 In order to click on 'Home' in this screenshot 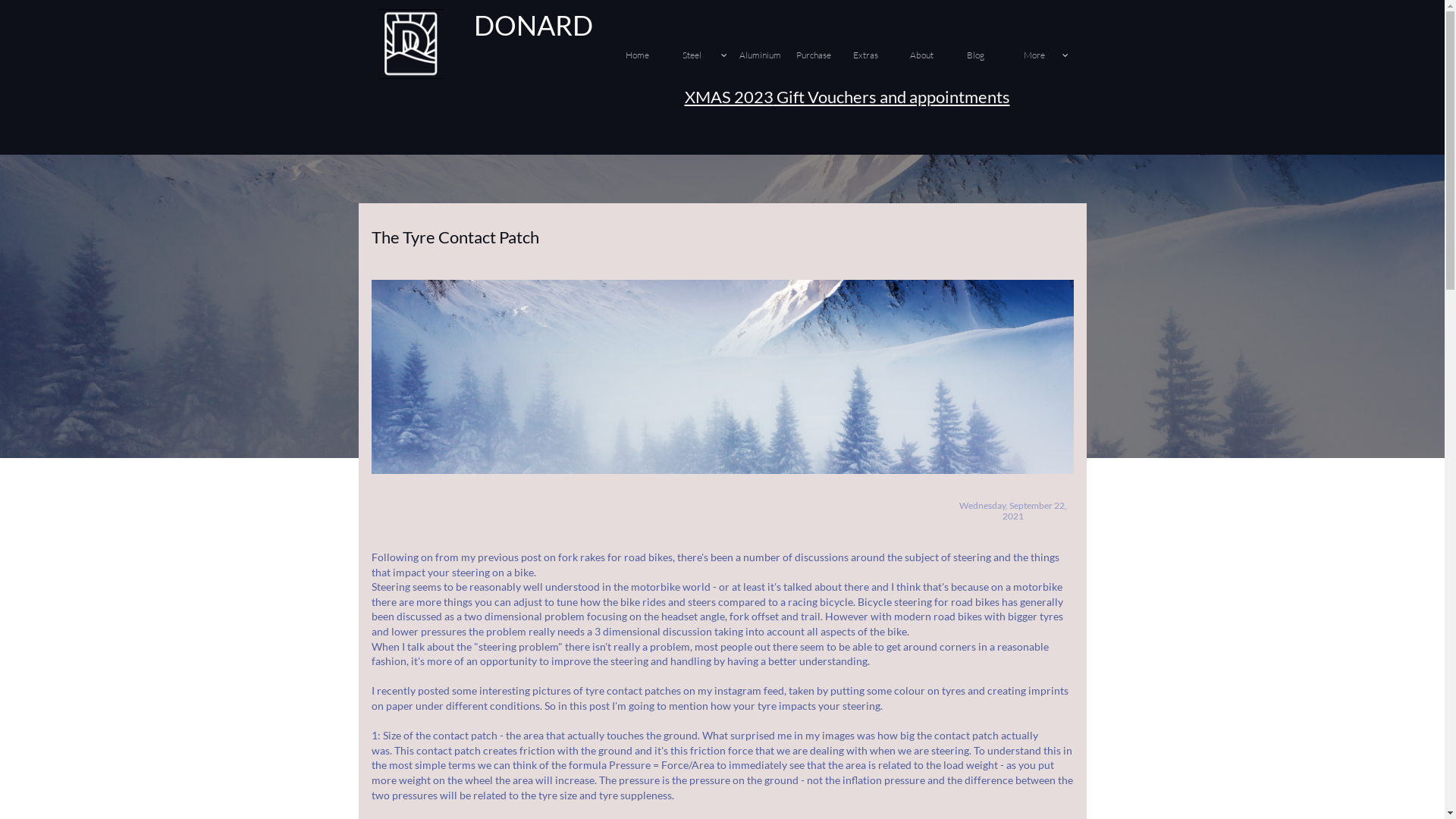, I will do `click(651, 55)`.